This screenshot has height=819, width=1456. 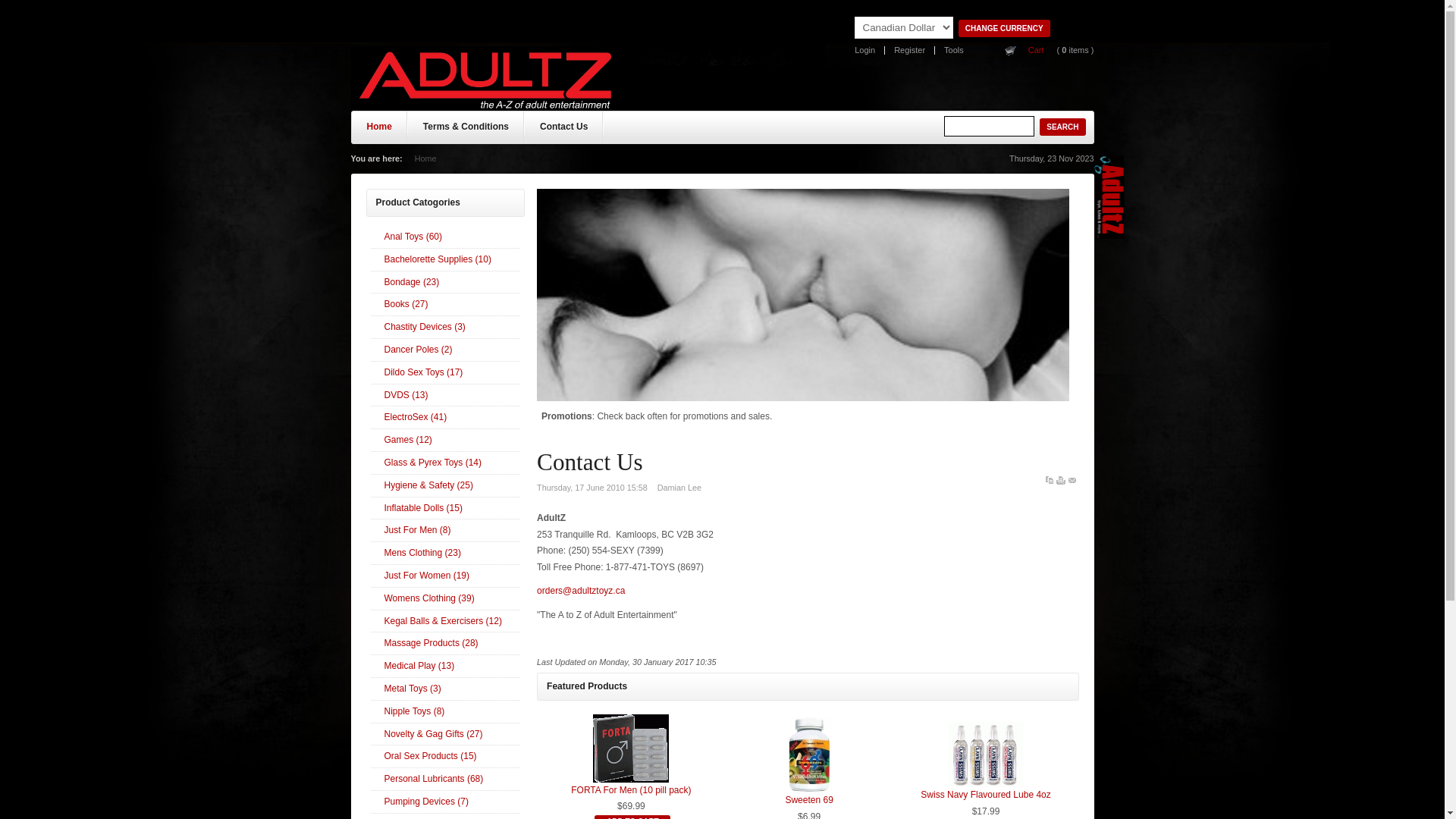 What do you see at coordinates (444, 576) in the screenshot?
I see `'Just For Women (19)'` at bounding box center [444, 576].